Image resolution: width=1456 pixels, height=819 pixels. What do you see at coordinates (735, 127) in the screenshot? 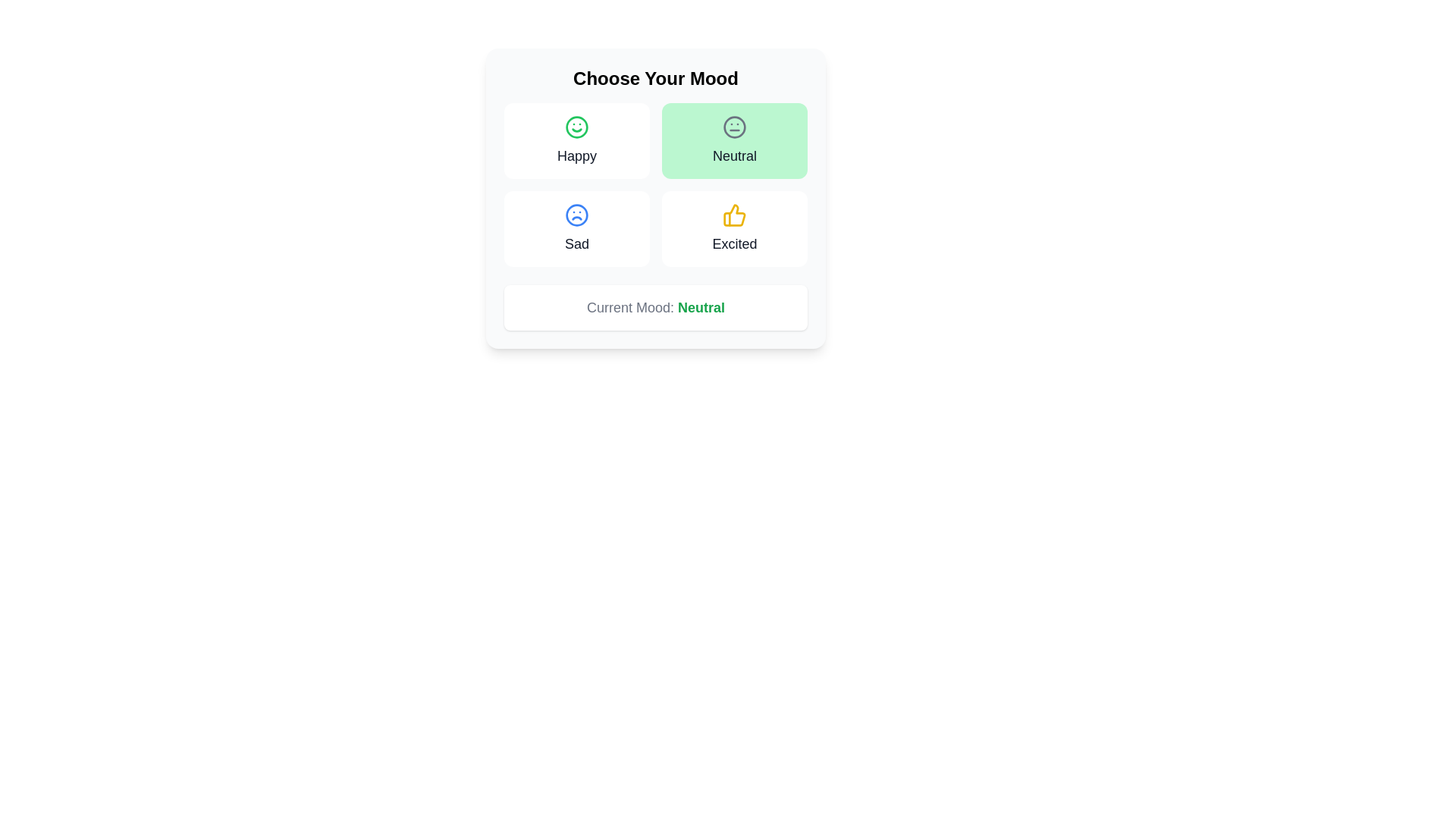
I see `the neutral mood icon located at the center of the green box labeled 'Neutral' in the mood selection interface` at bounding box center [735, 127].